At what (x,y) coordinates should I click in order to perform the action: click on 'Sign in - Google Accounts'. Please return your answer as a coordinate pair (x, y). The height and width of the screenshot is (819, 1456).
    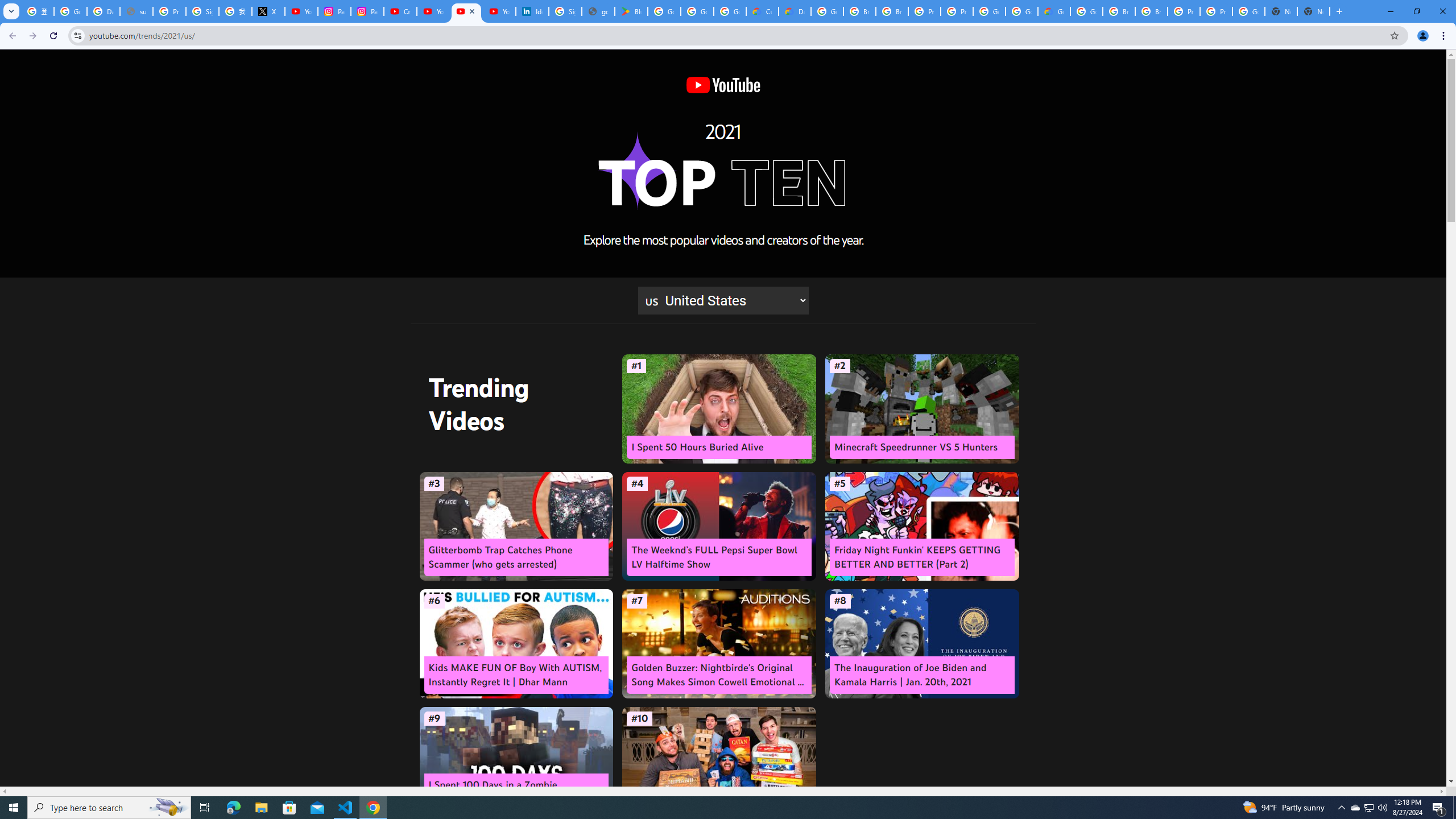
    Looking at the image, I should click on (201, 11).